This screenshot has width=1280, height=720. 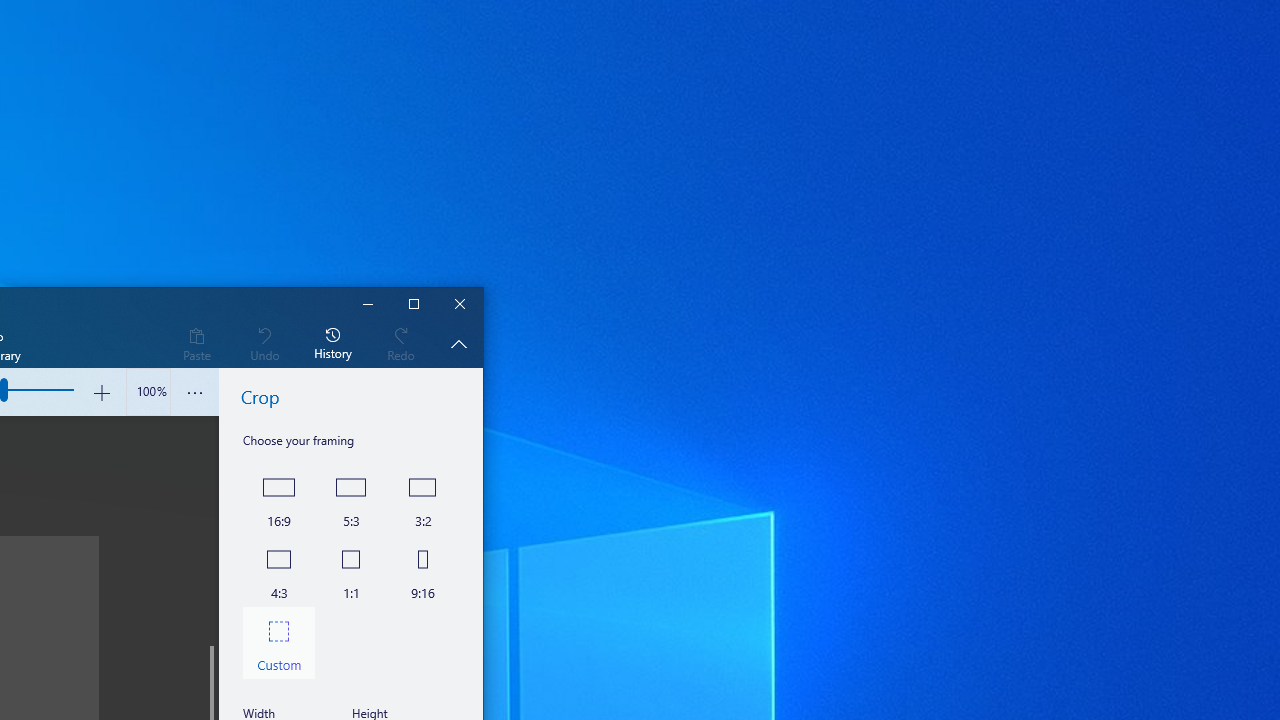 I want to click on 'Custom', so click(x=278, y=642).